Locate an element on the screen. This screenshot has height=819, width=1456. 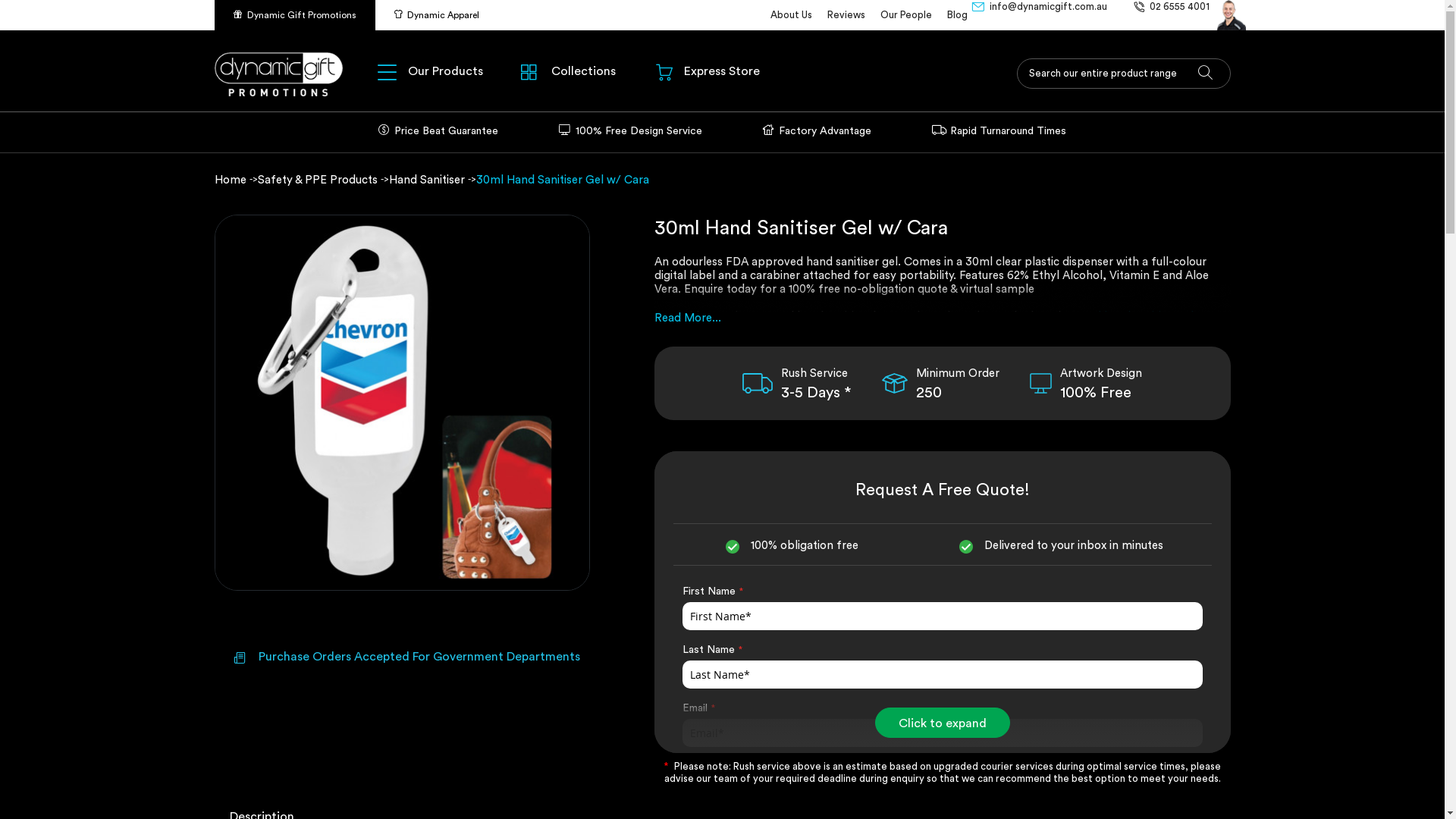
'Blog' is located at coordinates (955, 14).